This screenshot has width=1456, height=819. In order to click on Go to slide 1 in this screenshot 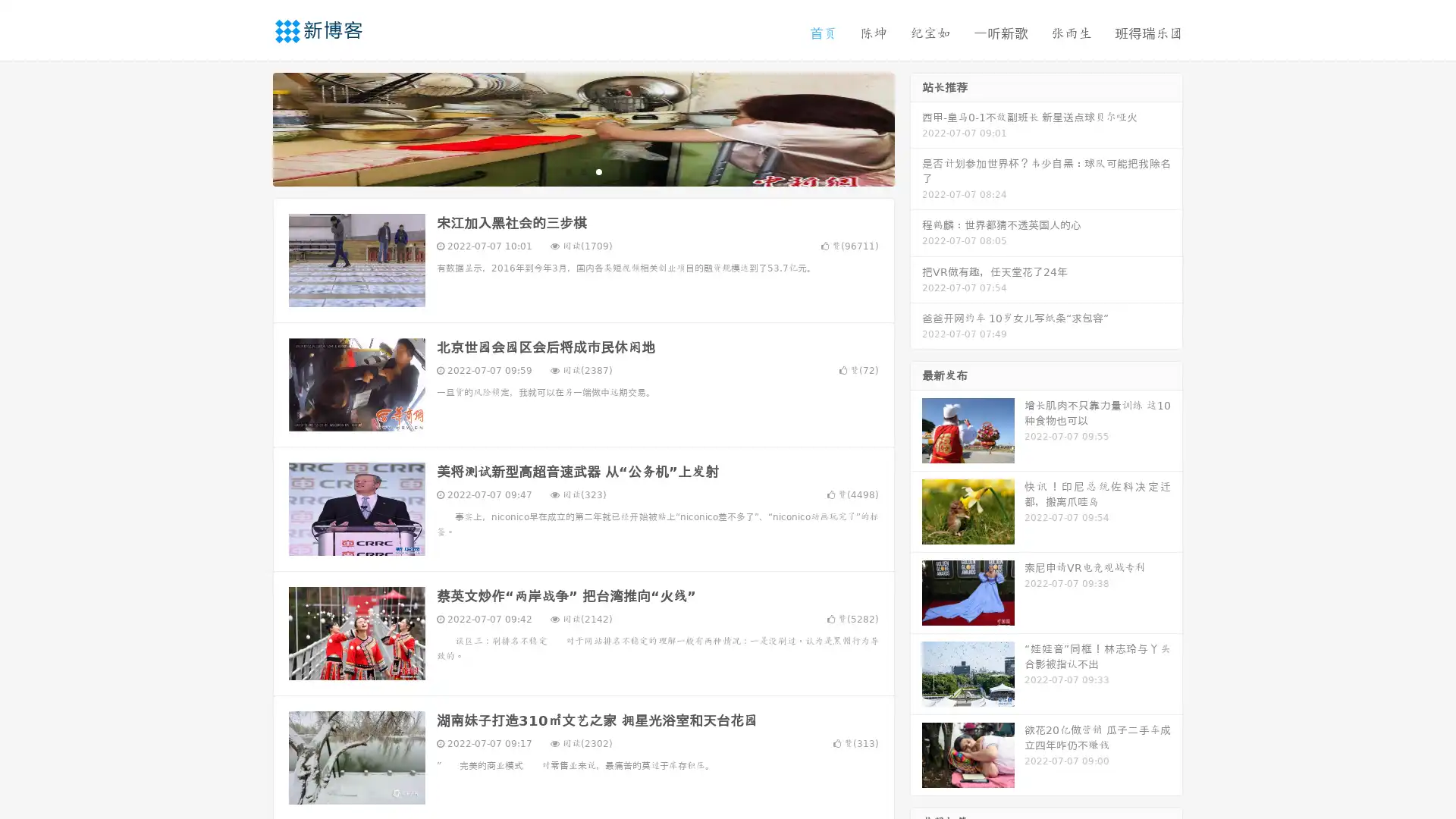, I will do `click(567, 171)`.